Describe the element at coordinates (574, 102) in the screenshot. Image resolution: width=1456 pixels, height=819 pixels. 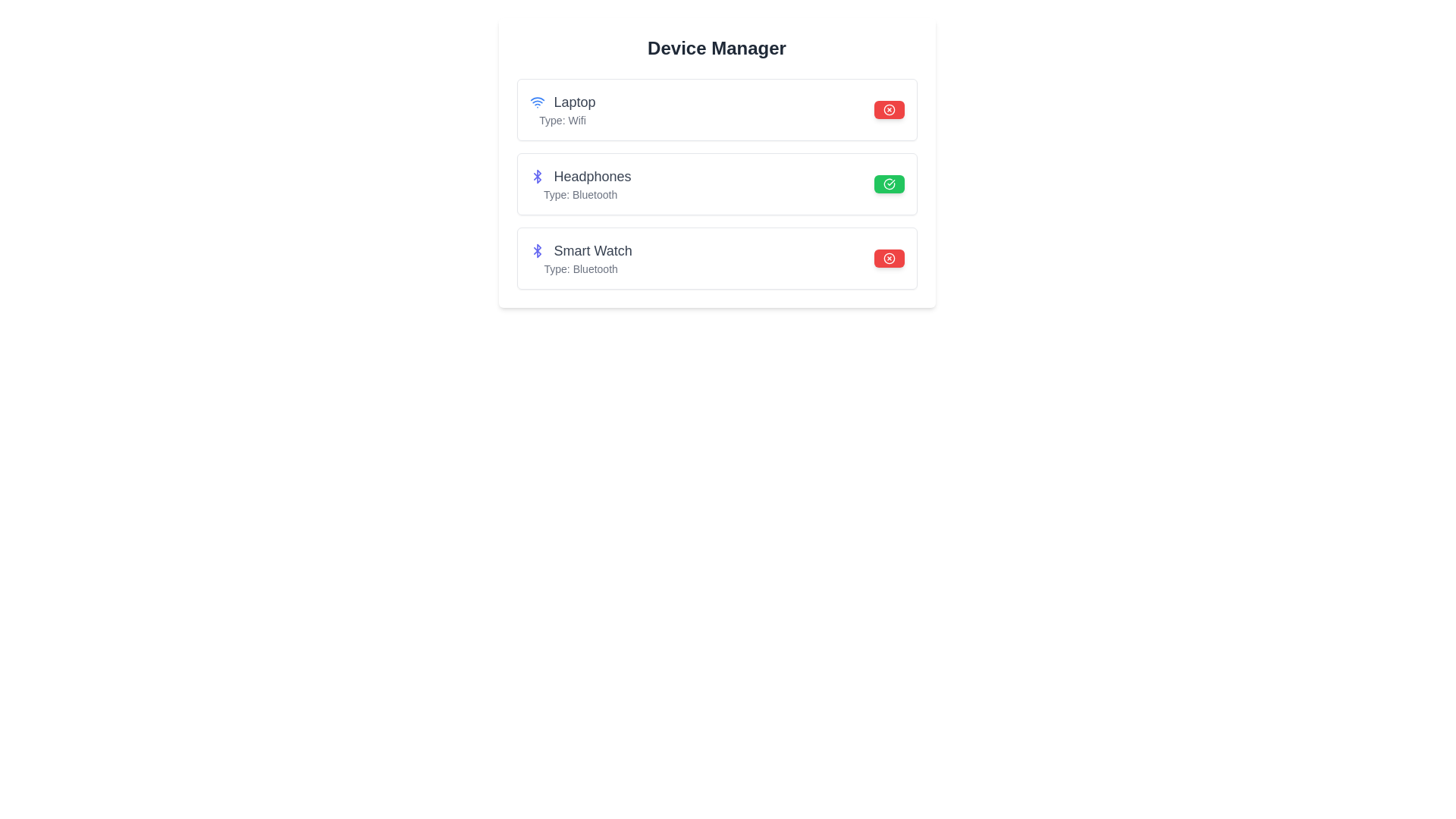
I see `text label that identifies the device type or name located next to the blue WiFi icon in the top-left section of the interface` at that location.